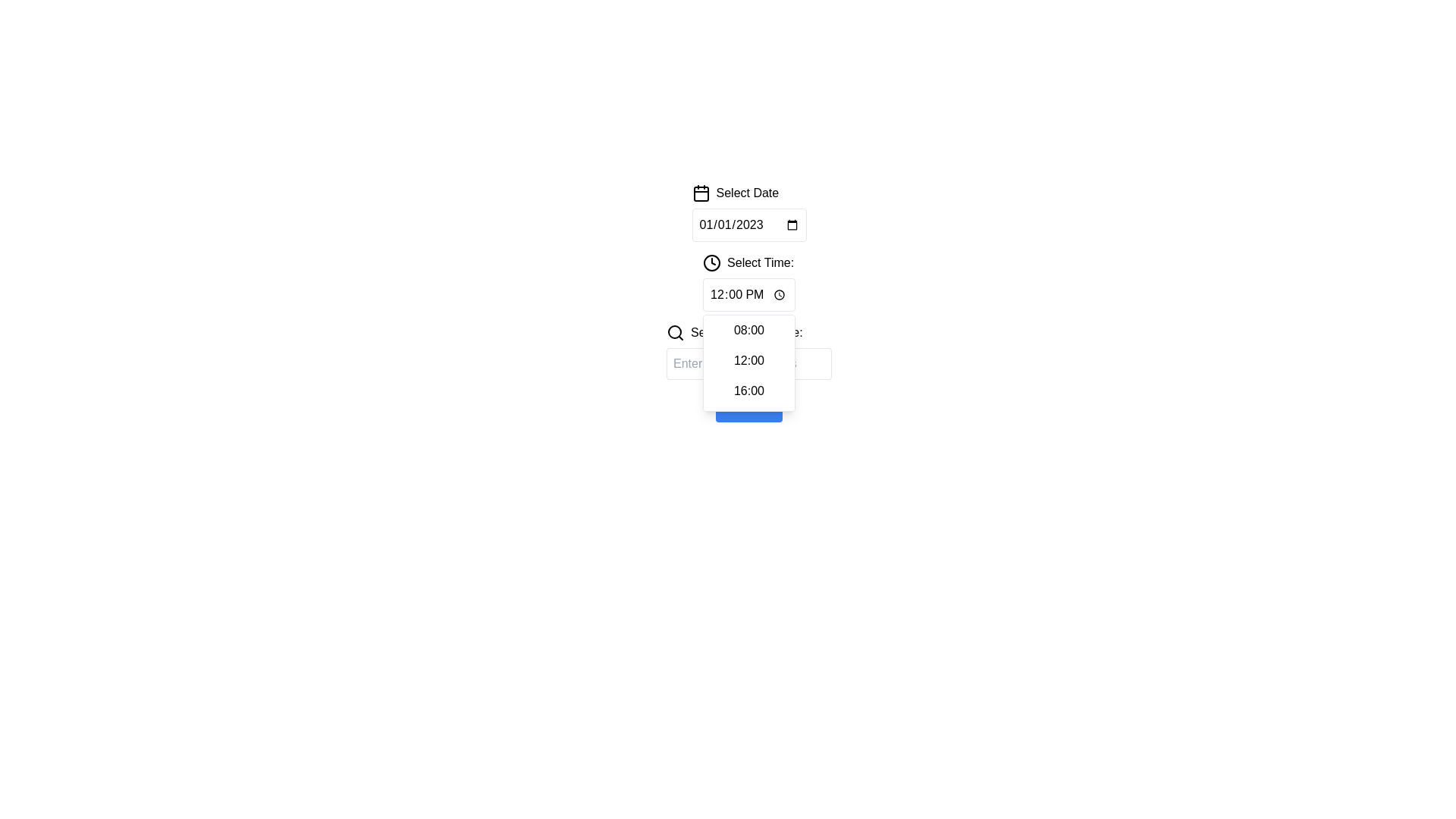 The image size is (1456, 819). What do you see at coordinates (749, 362) in the screenshot?
I see `the dropdown menu option` at bounding box center [749, 362].